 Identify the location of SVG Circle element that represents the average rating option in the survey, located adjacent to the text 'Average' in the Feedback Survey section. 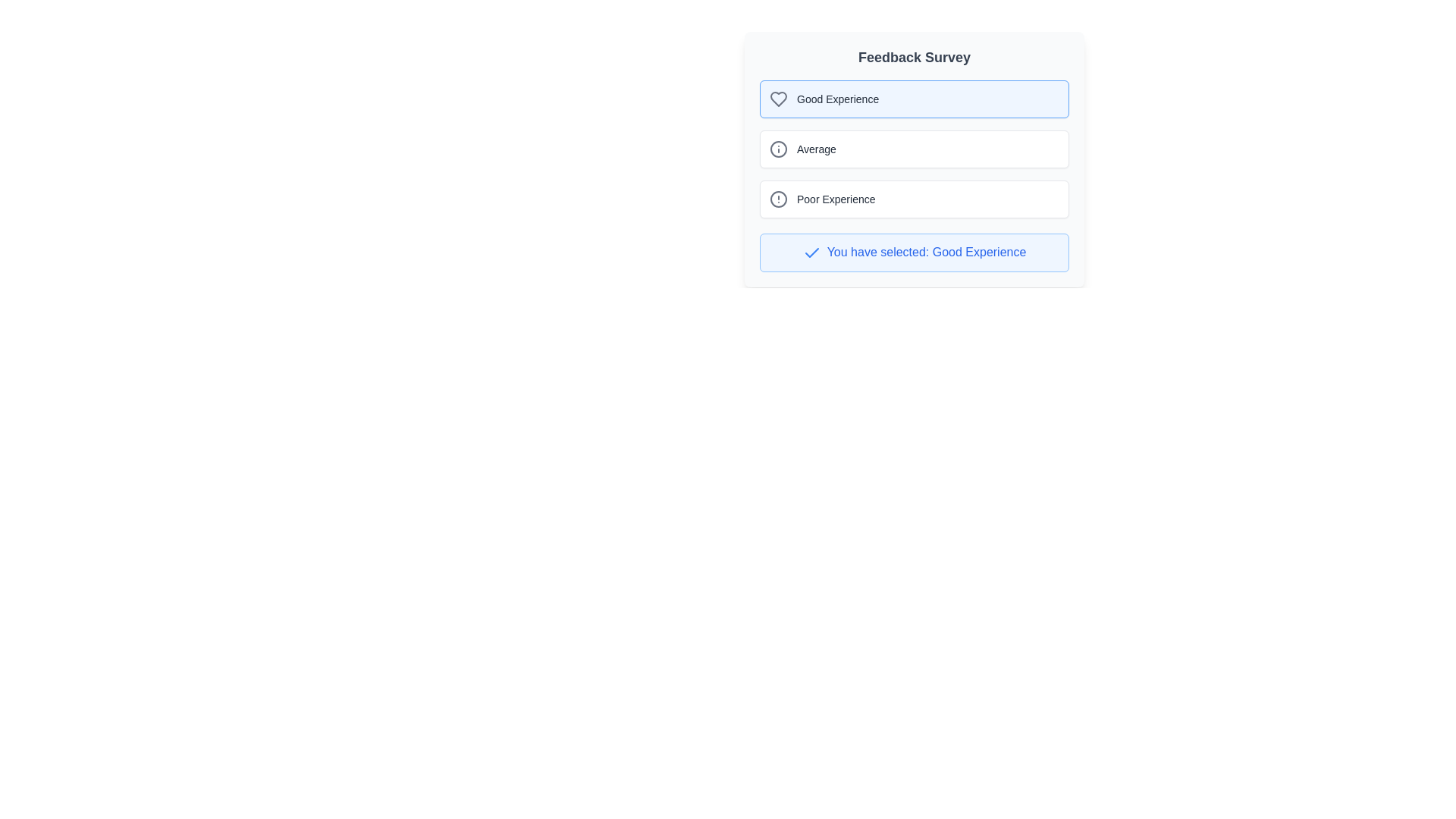
(779, 149).